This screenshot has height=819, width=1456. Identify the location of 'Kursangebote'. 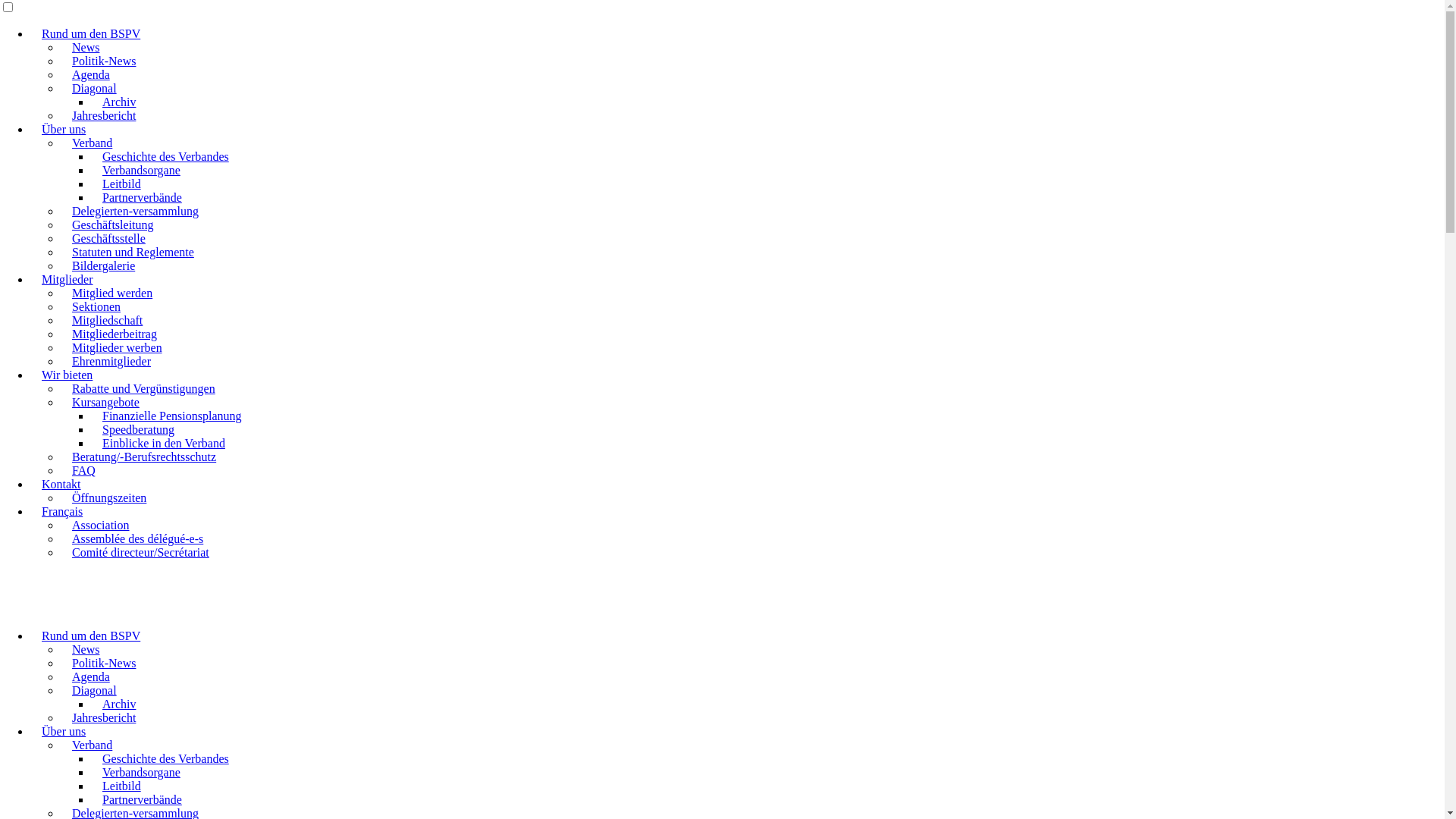
(61, 401).